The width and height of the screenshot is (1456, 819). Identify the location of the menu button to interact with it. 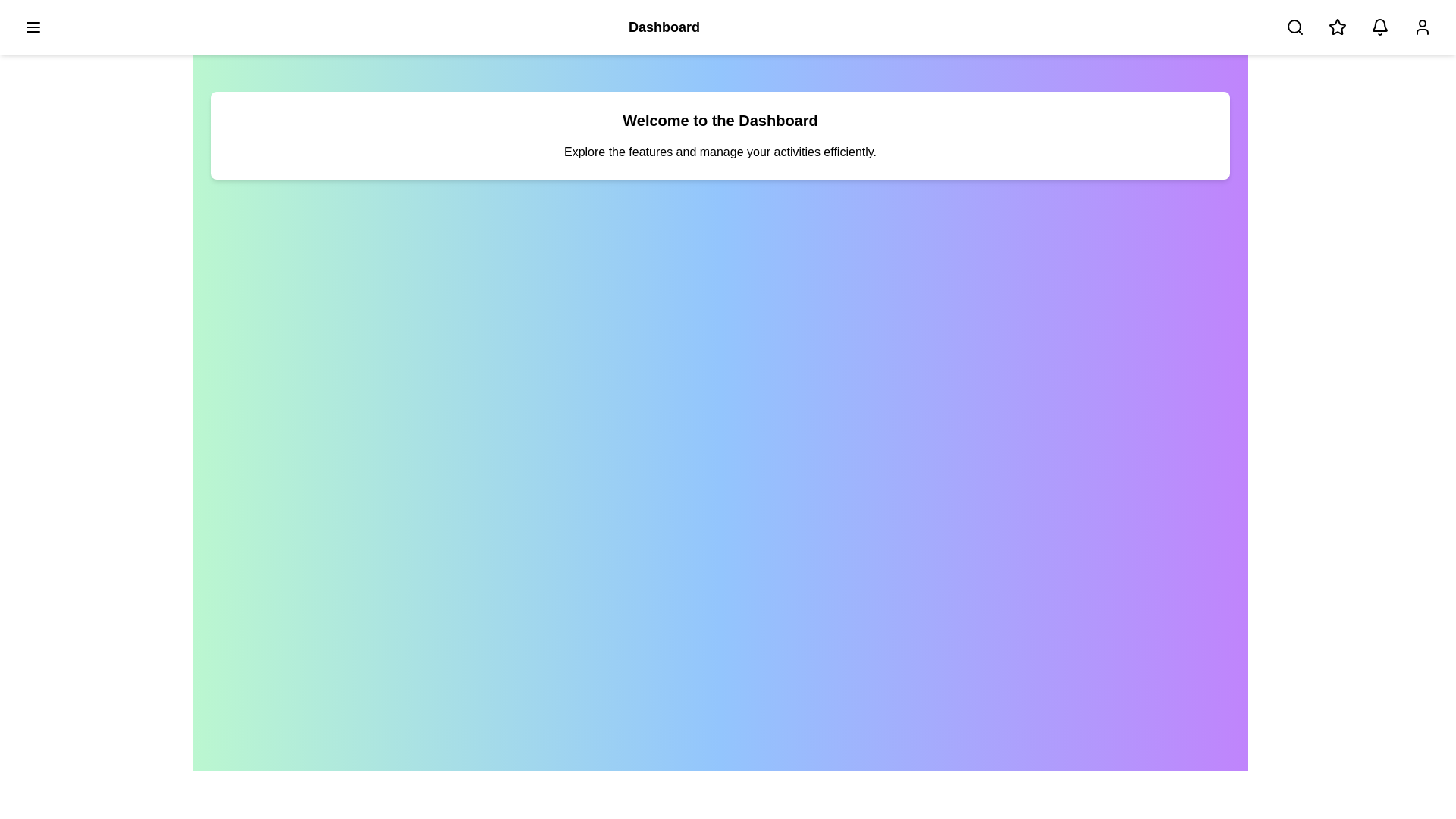
(33, 27).